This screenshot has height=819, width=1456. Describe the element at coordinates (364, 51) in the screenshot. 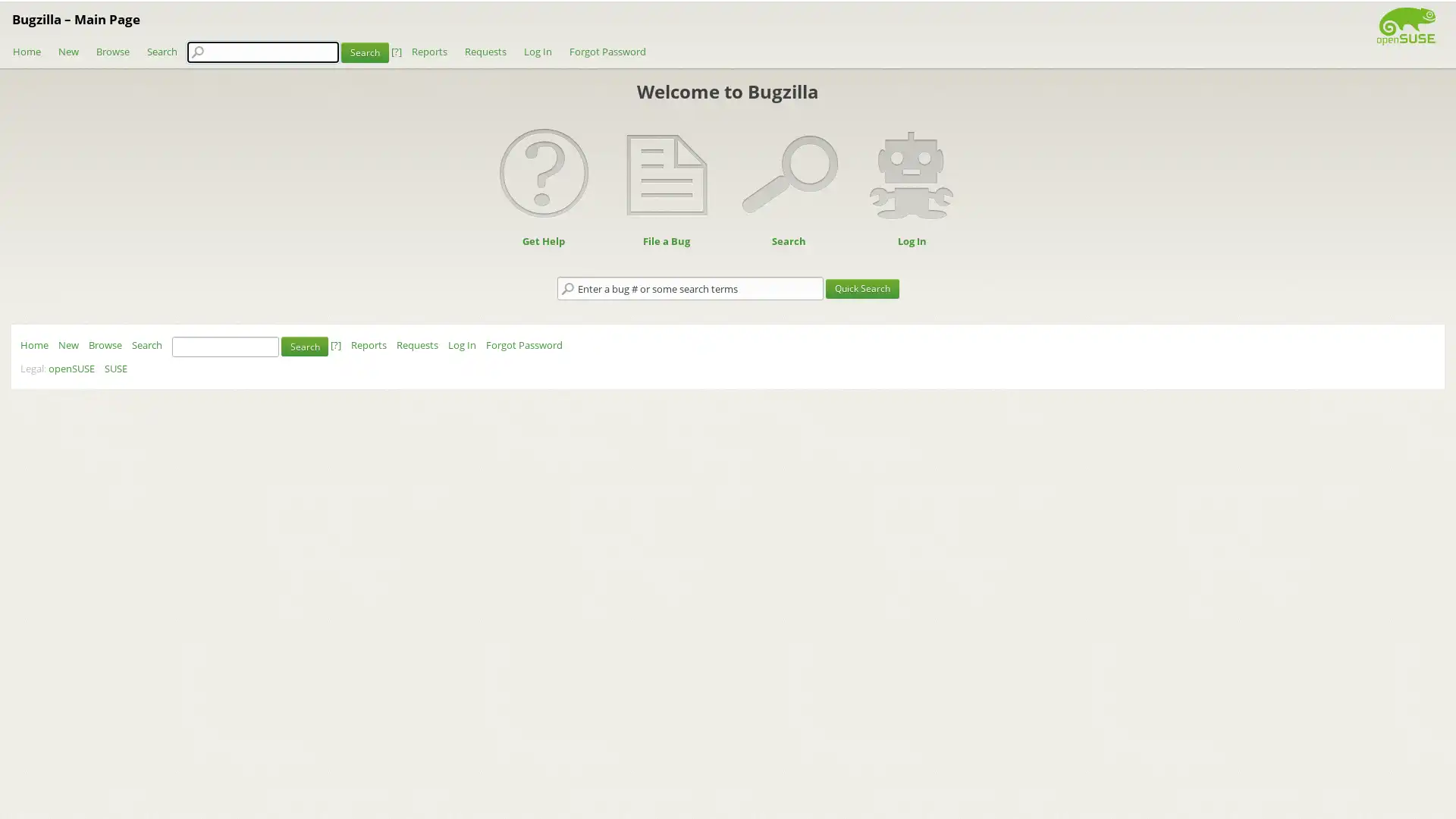

I see `Search` at that location.